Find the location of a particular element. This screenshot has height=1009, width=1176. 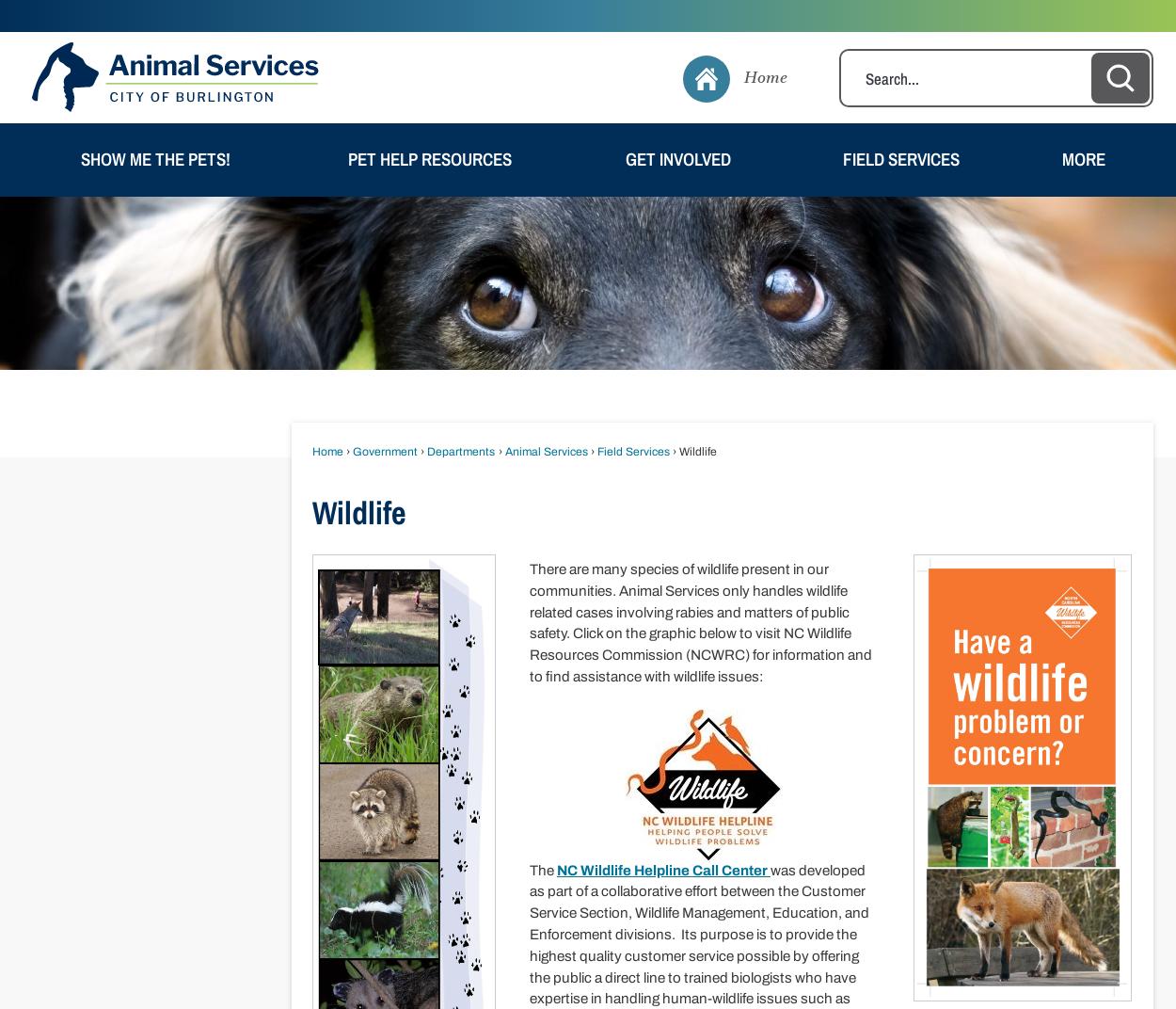

'Departments' is located at coordinates (460, 452).